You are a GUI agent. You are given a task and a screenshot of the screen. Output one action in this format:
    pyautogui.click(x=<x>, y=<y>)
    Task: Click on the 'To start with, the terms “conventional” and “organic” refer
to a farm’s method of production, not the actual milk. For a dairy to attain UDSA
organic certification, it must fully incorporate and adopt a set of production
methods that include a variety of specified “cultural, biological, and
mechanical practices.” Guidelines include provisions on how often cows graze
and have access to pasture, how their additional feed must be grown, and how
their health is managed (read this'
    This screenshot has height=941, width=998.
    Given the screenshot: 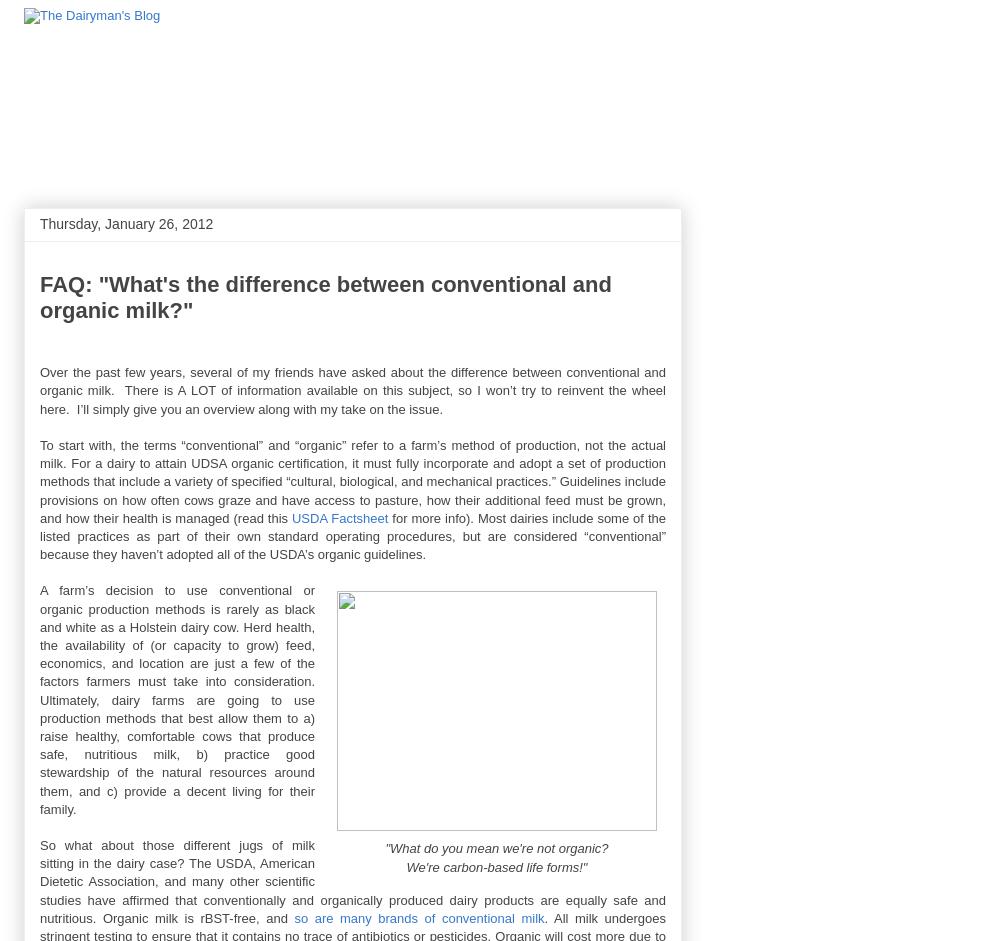 What is the action you would take?
    pyautogui.click(x=351, y=480)
    